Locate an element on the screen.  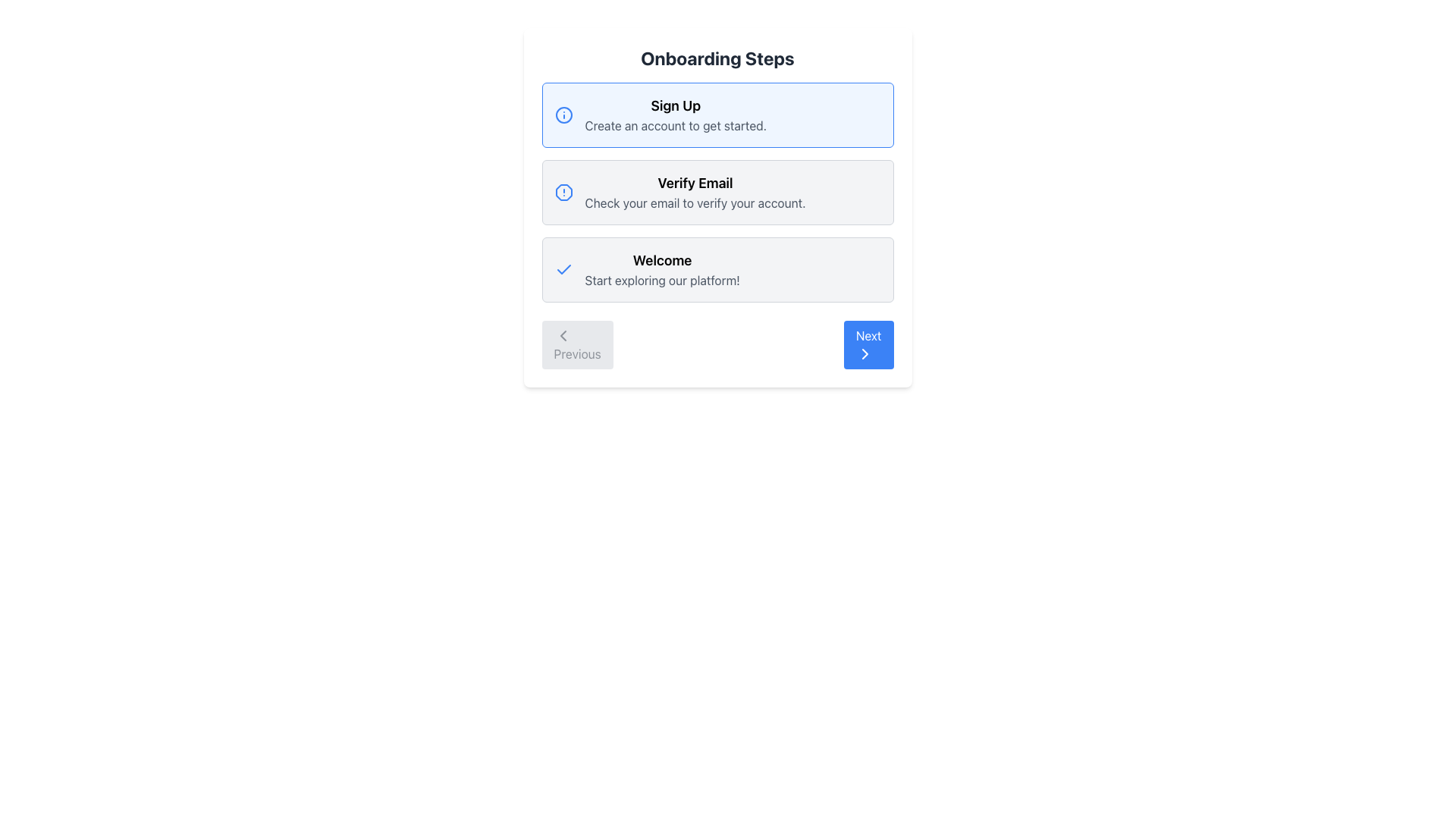
Information card titled 'Verify Email' which is the second card in the 'Onboarding Steps' section, featuring a blue icon and two lines of text is located at coordinates (717, 192).